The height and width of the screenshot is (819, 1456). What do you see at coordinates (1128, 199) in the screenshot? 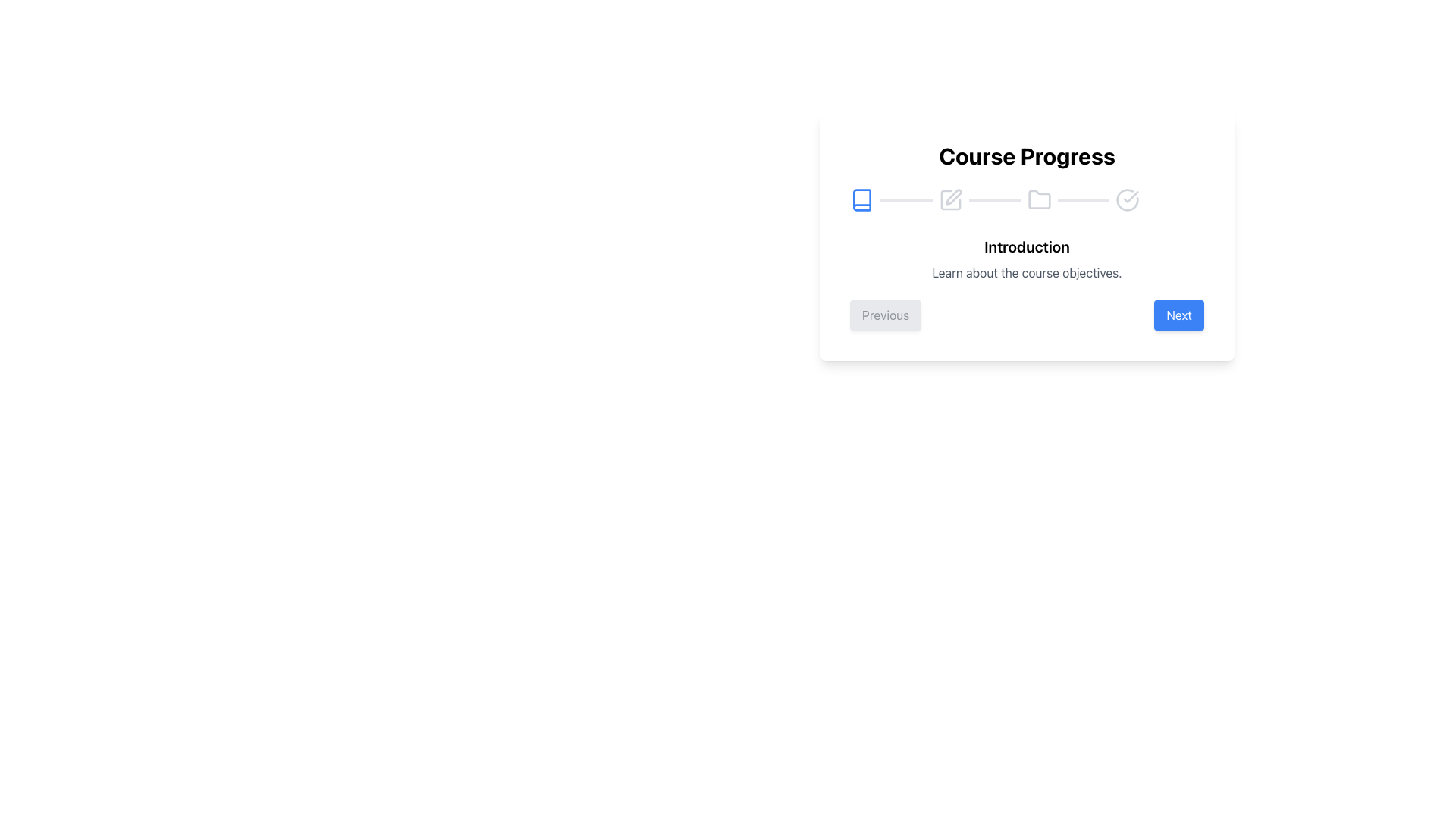
I see `the completion status of the last icon in the progress tracker, which indicates verification of the corresponding step` at bounding box center [1128, 199].